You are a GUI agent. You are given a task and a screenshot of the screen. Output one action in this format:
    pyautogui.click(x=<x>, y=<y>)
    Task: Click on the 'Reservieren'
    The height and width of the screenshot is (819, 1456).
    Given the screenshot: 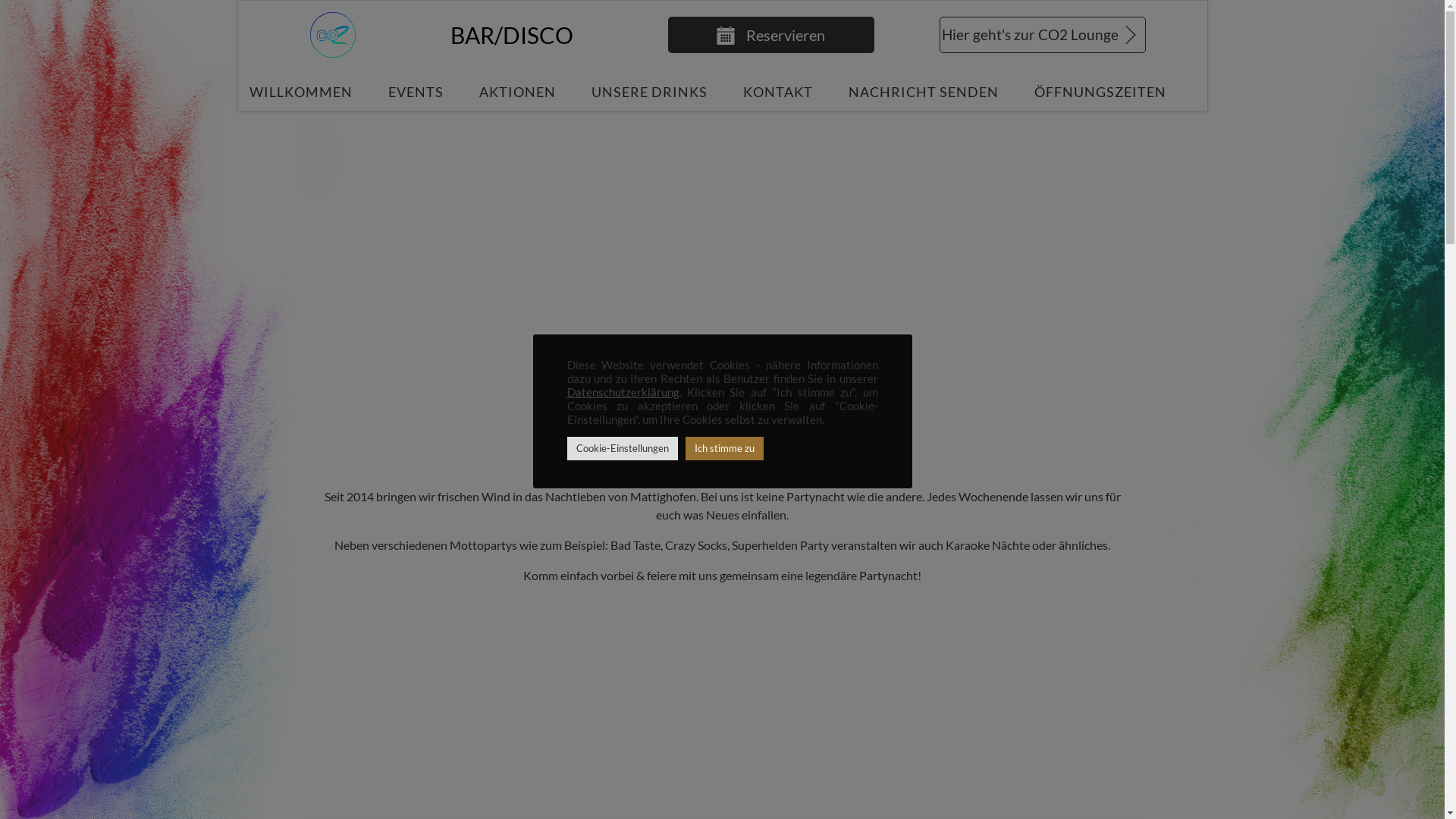 What is the action you would take?
    pyautogui.click(x=770, y=34)
    